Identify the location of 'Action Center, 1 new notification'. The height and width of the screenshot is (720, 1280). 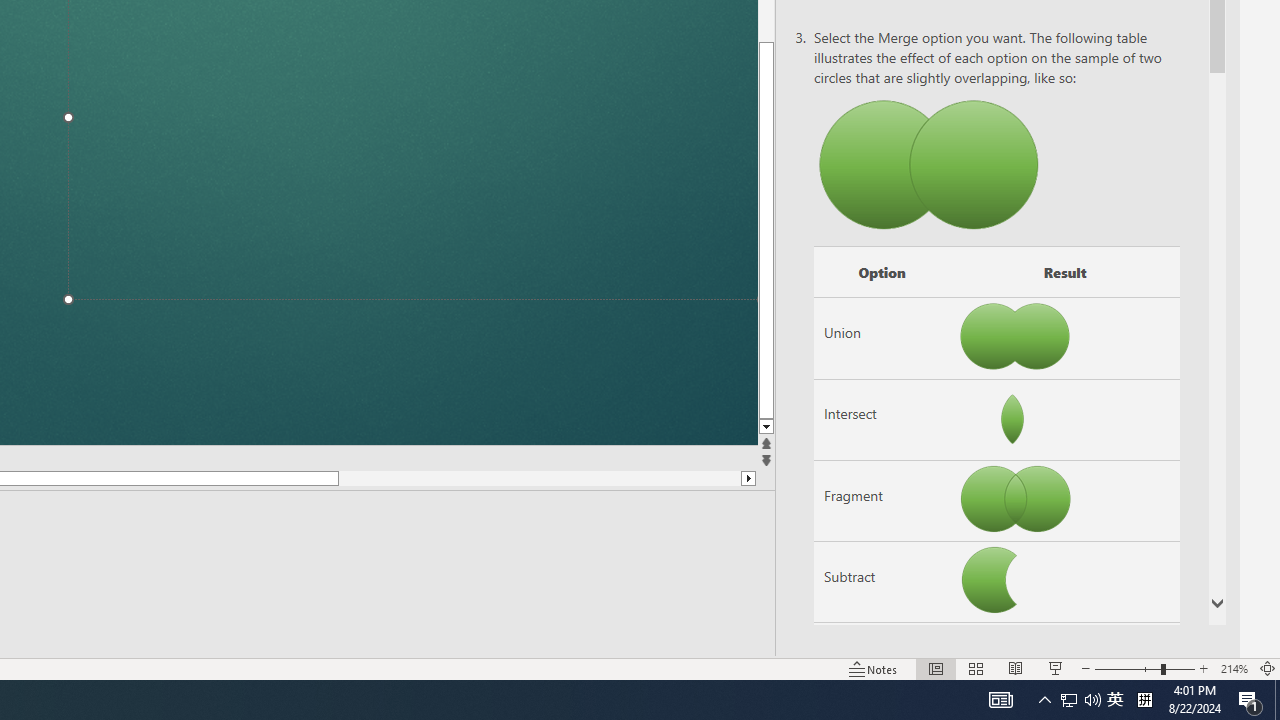
(1250, 698).